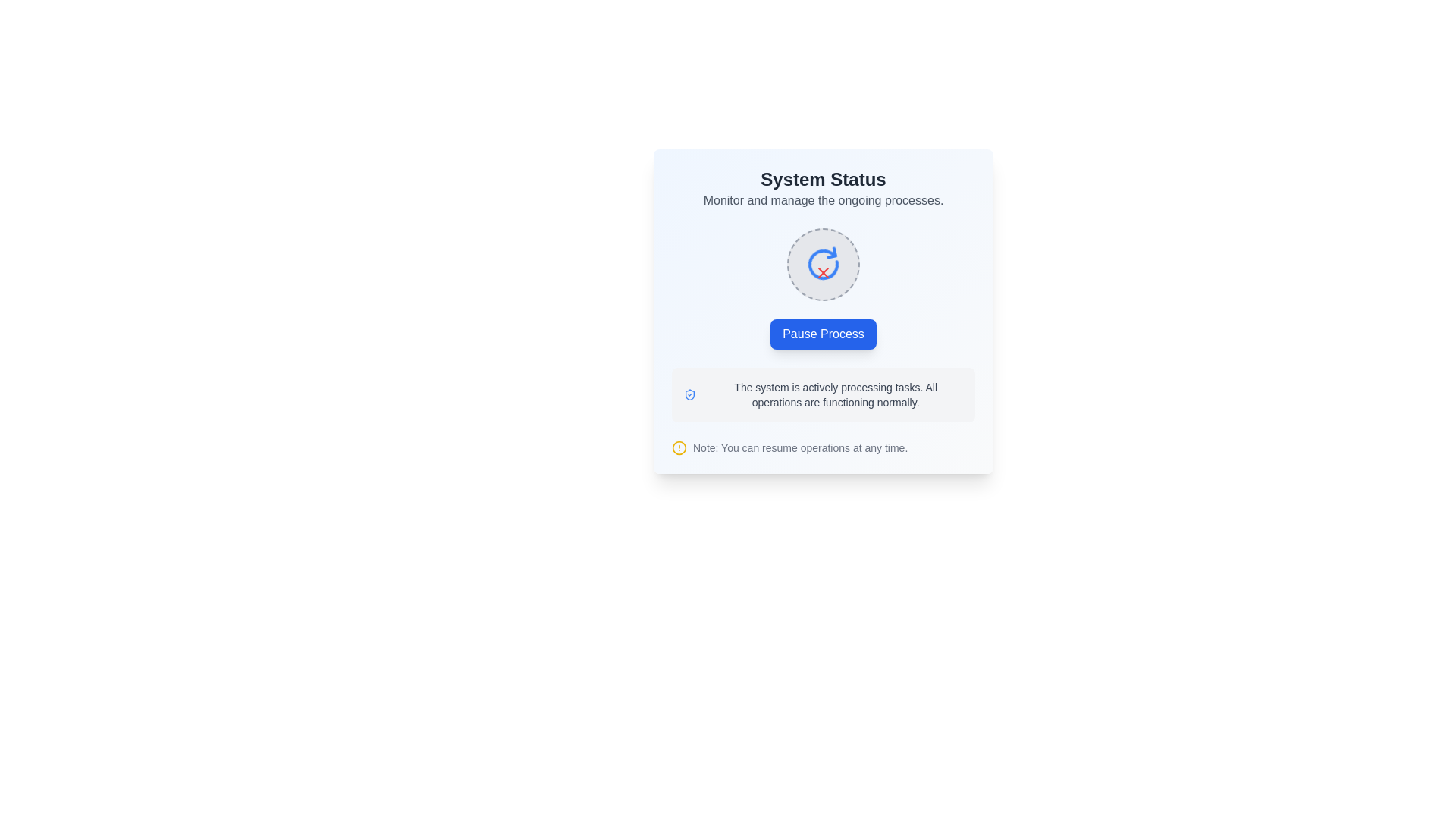 This screenshot has height=819, width=1456. I want to click on the 'Pause Process' button, which is a rectangular button with a blue background and white text, so click(822, 333).